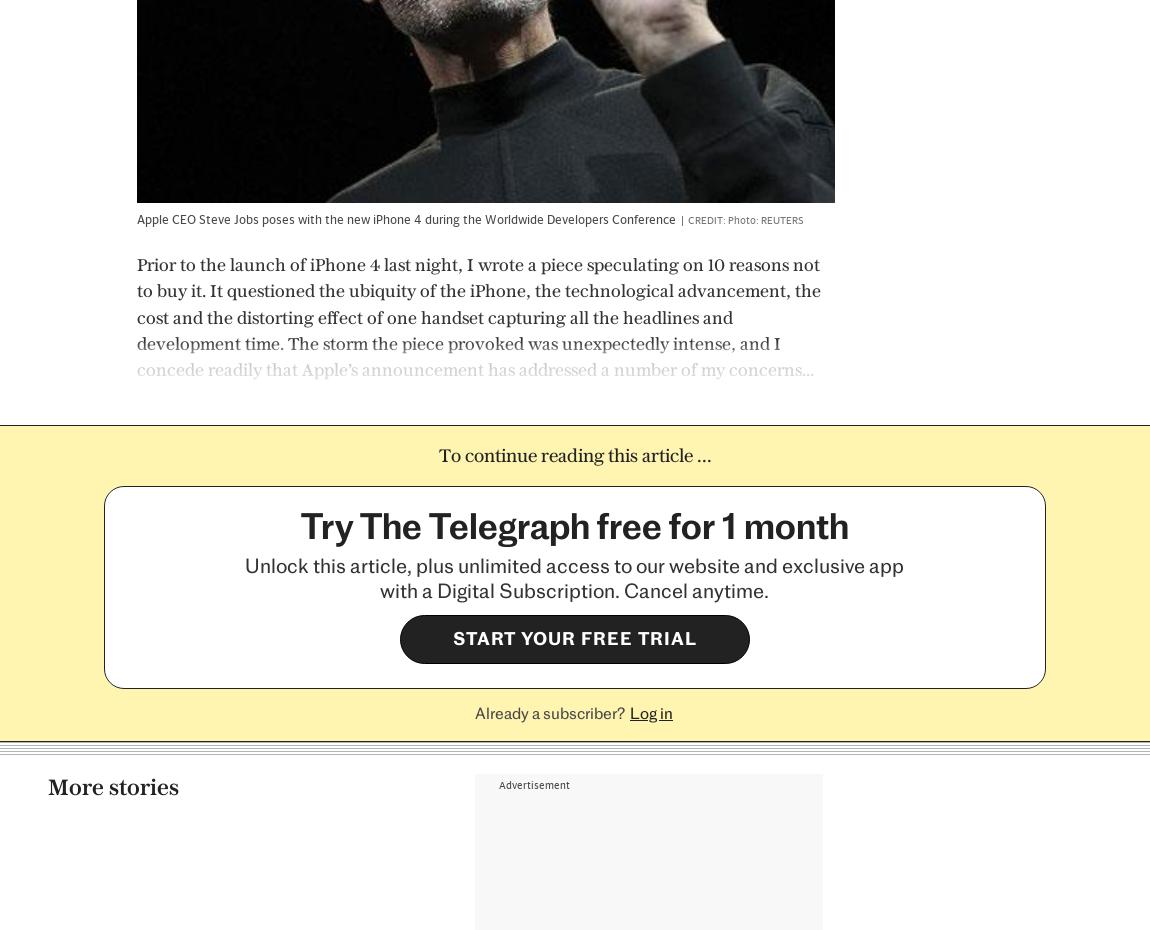 This screenshot has height=930, width=1150. I want to click on 'Branded Content', so click(379, 892).